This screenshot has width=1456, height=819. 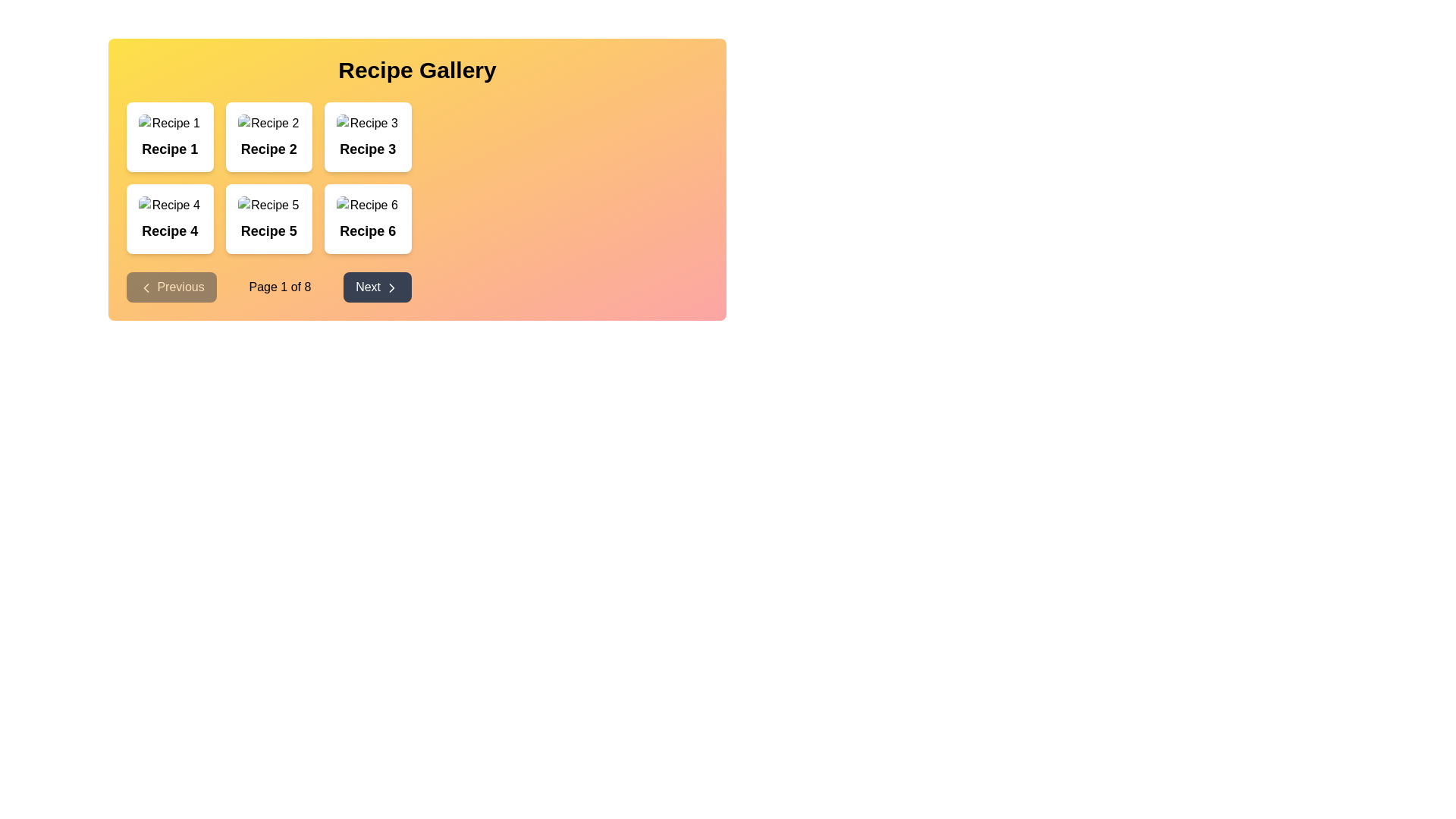 What do you see at coordinates (368, 122) in the screenshot?
I see `the image placeholder representing 'Recipe 3'` at bounding box center [368, 122].